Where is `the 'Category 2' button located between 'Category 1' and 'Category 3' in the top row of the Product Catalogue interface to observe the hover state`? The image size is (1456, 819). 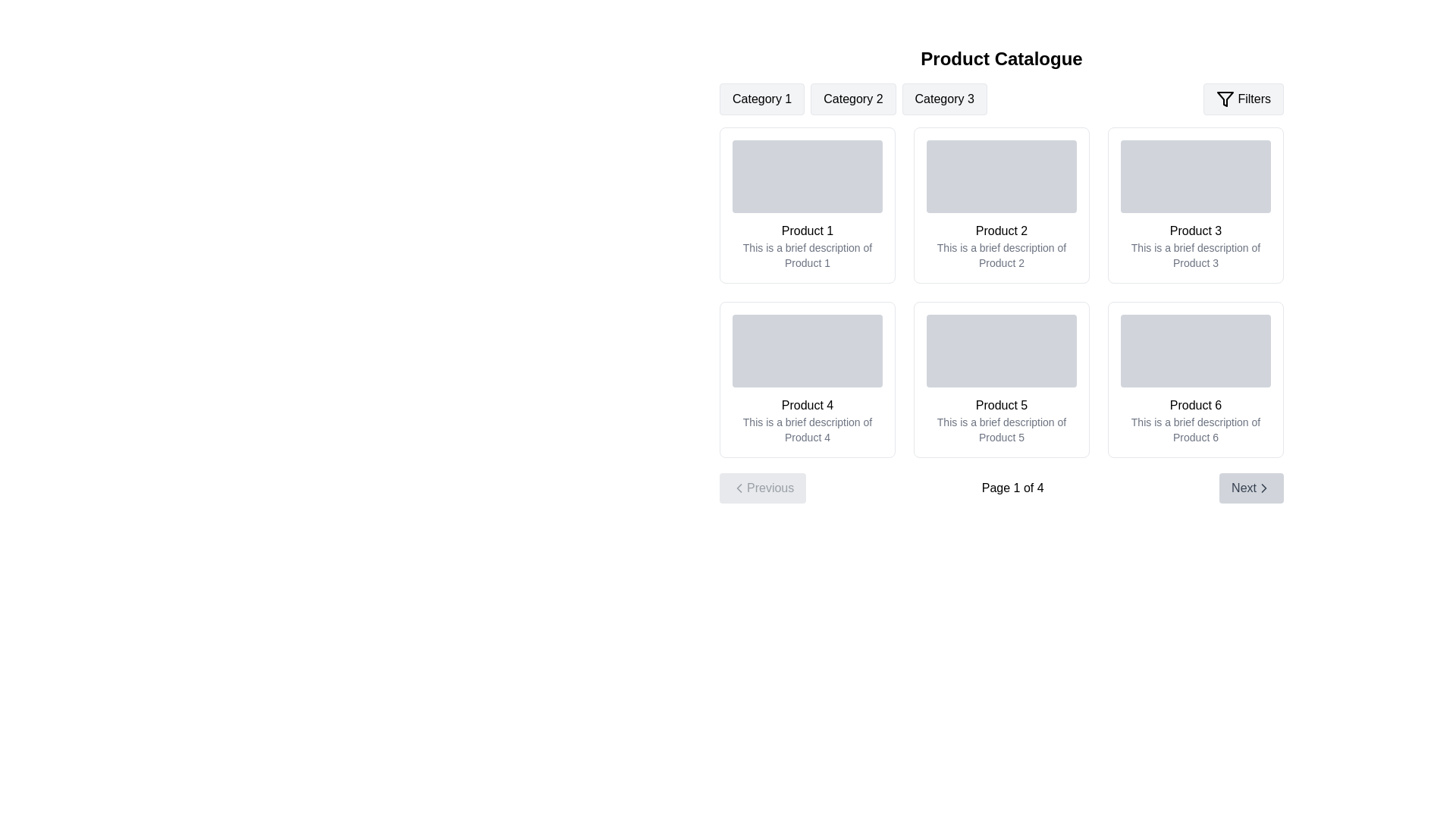 the 'Category 2' button located between 'Category 1' and 'Category 3' in the top row of the Product Catalogue interface to observe the hover state is located at coordinates (853, 99).